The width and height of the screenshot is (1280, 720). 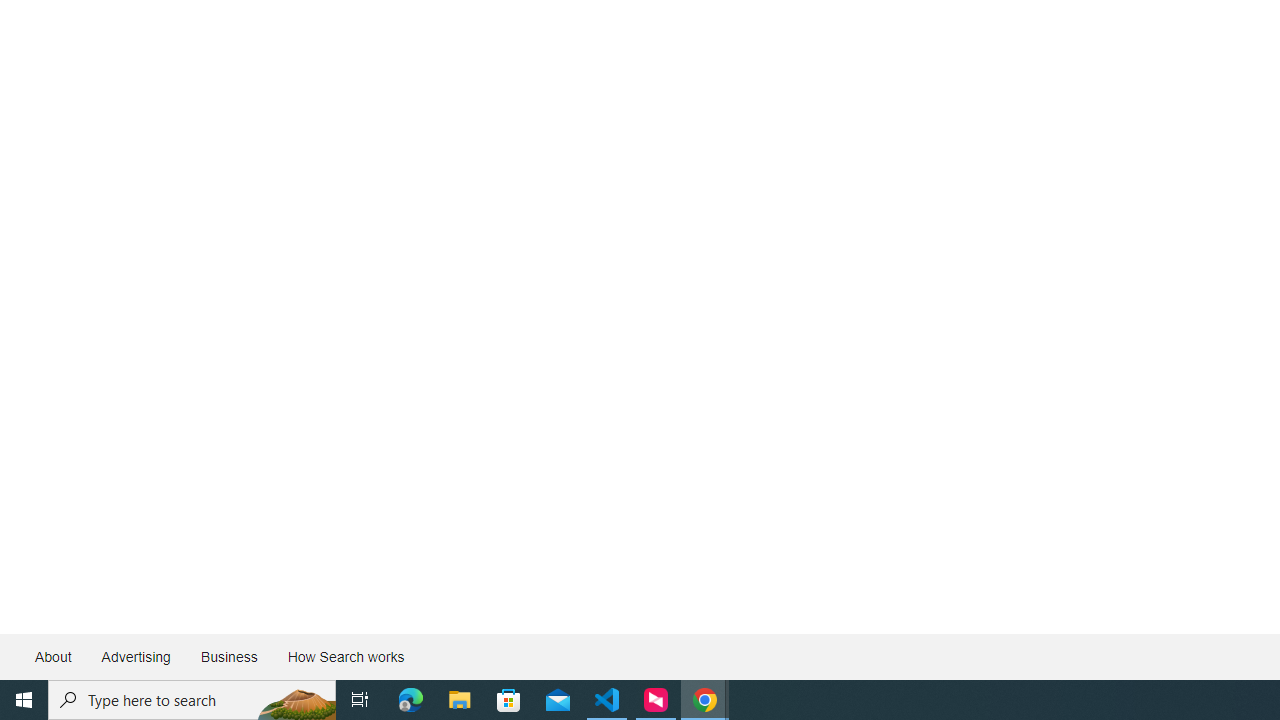 What do you see at coordinates (229, 657) in the screenshot?
I see `'Business'` at bounding box center [229, 657].